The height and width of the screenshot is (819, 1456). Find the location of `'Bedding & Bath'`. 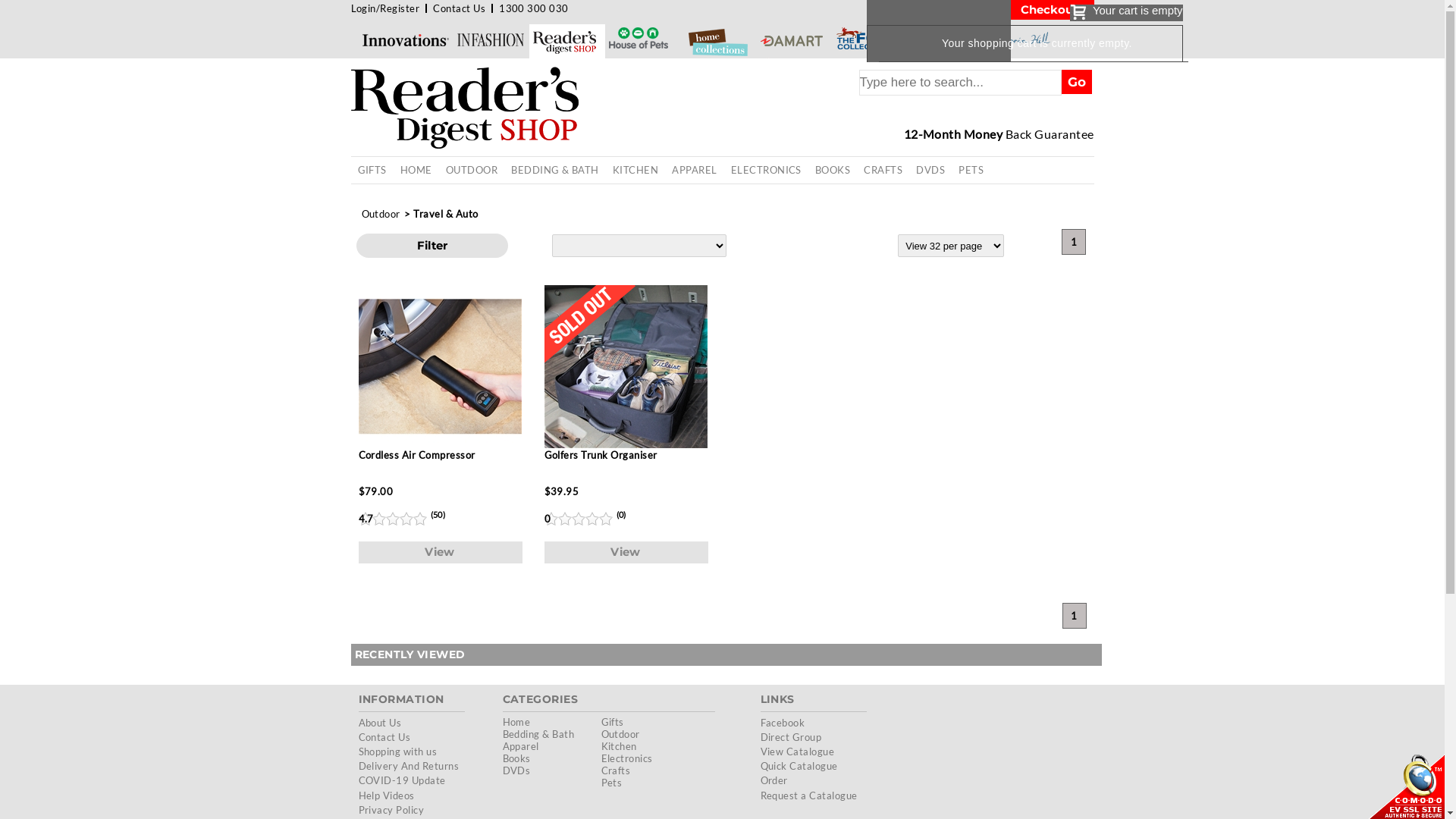

'Bedding & Bath' is located at coordinates (502, 733).